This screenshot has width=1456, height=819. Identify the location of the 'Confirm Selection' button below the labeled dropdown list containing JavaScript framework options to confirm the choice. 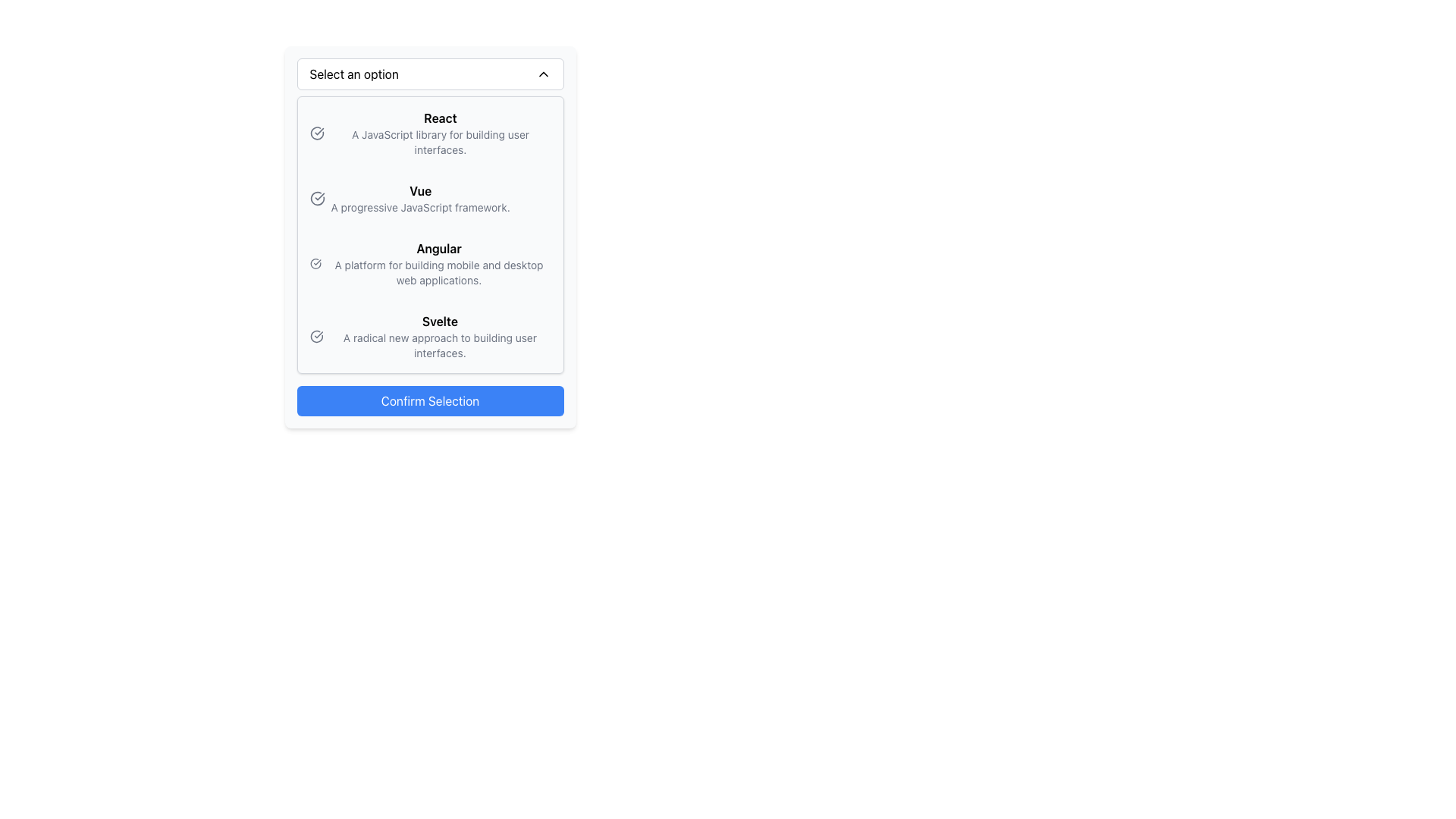
(429, 237).